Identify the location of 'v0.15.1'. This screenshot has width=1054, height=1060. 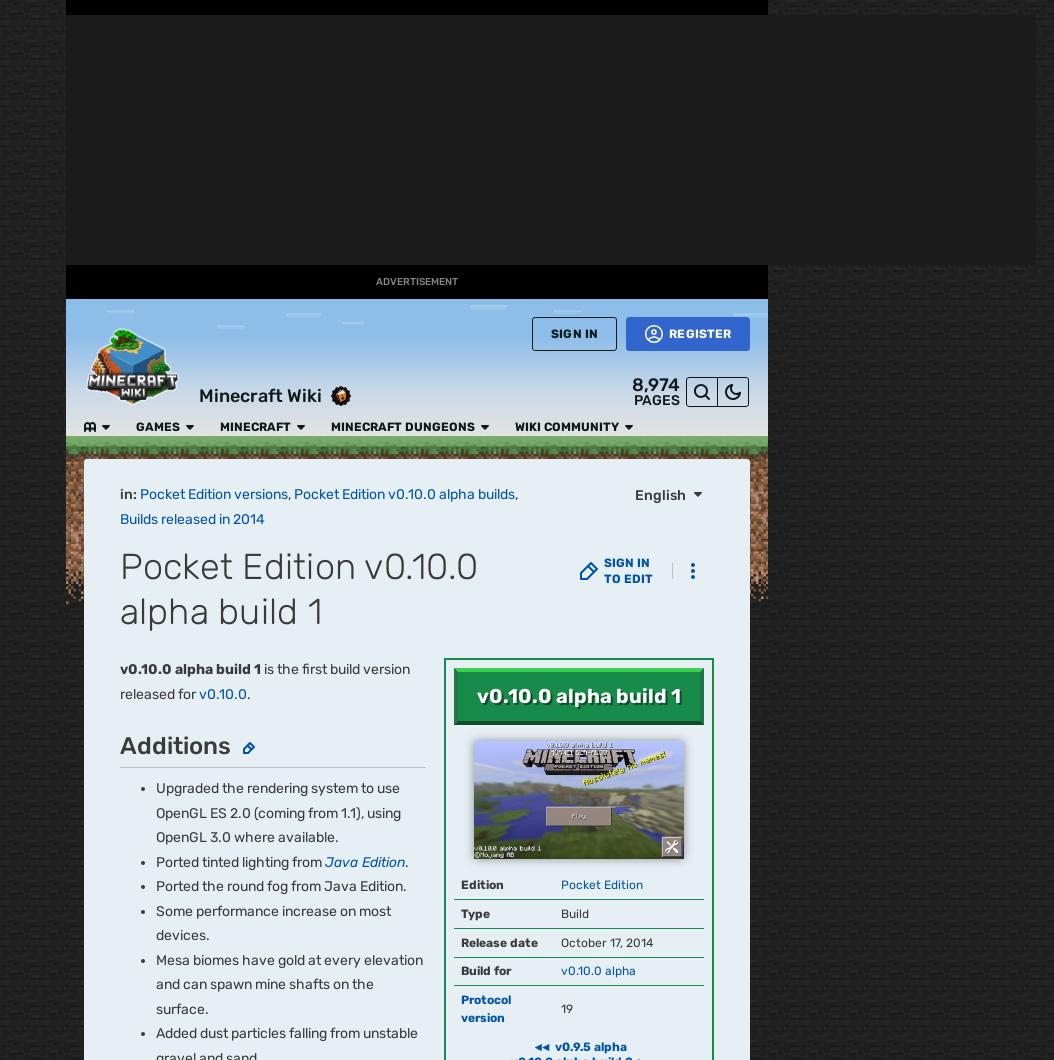
(282, 204).